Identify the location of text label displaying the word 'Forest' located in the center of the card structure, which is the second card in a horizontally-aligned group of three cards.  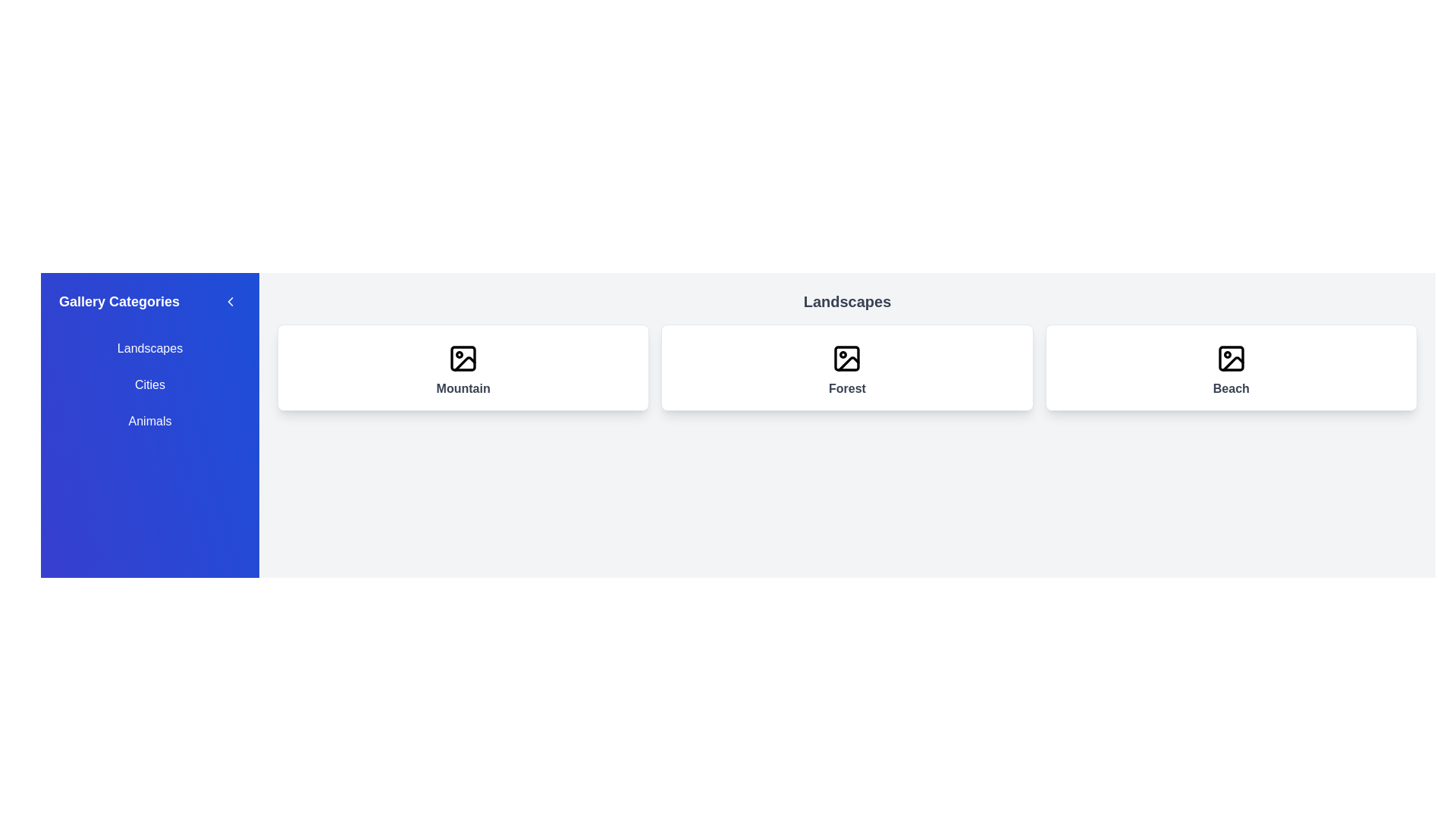
(846, 388).